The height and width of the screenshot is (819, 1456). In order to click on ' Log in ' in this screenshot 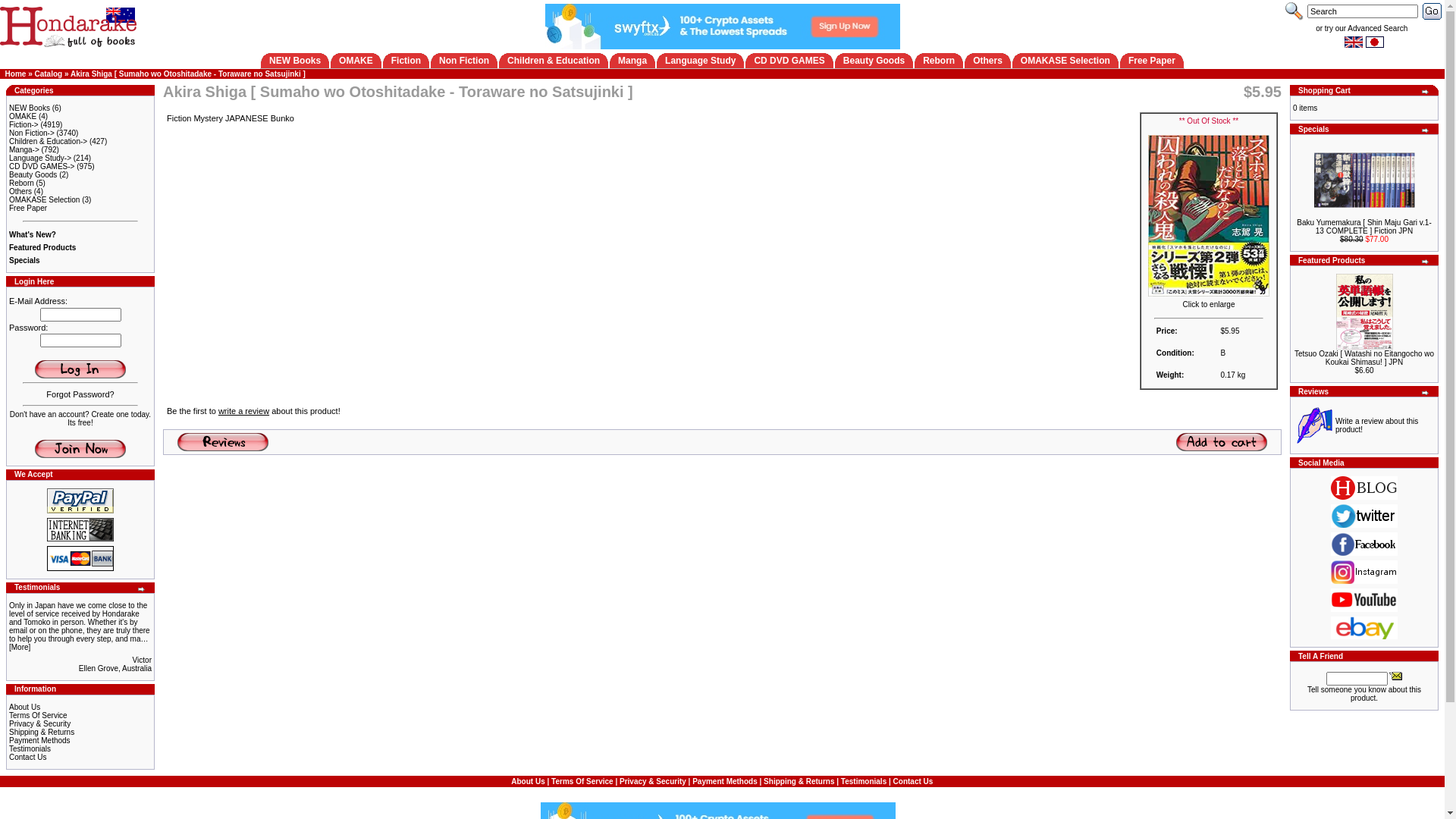, I will do `click(79, 369)`.